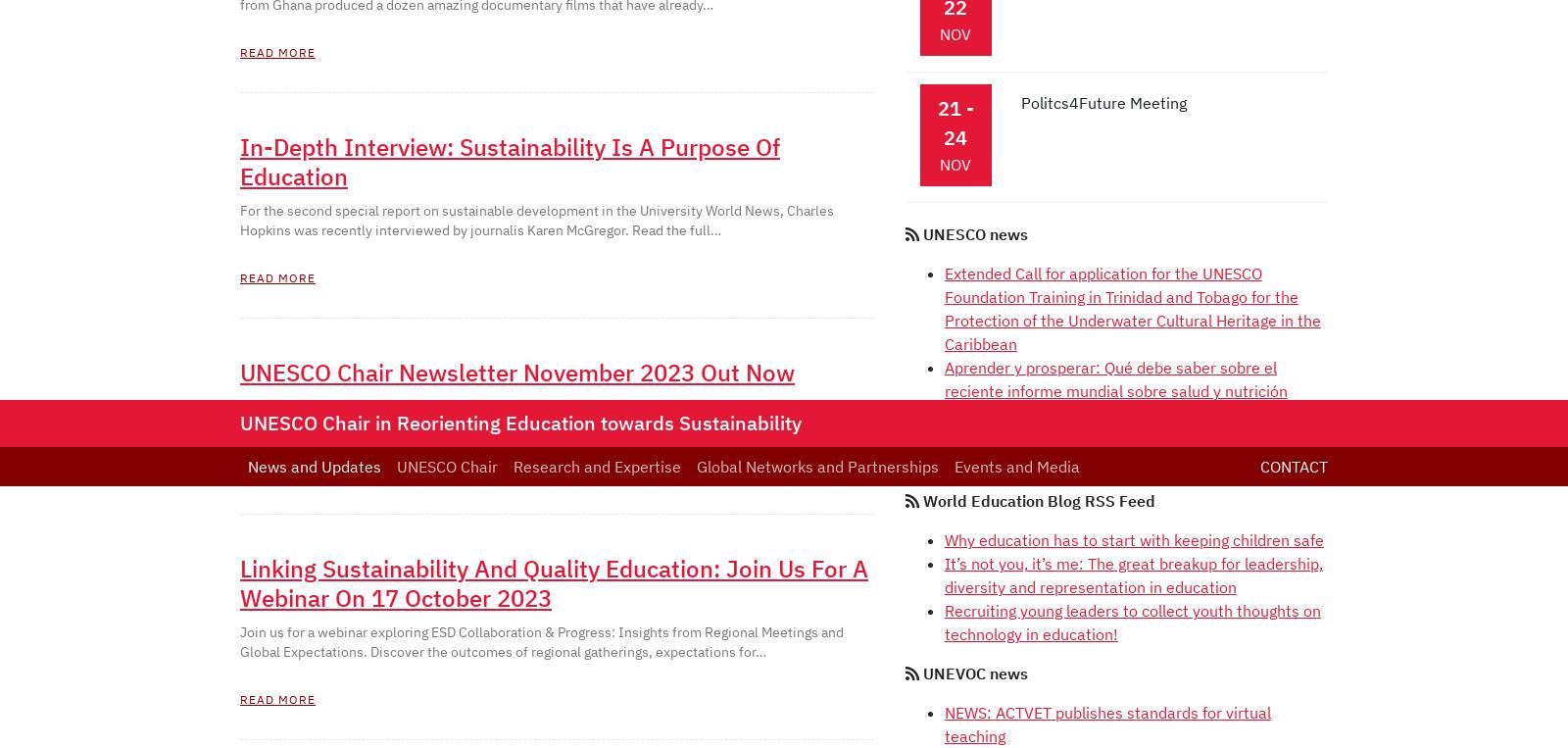 The height and width of the screenshot is (748, 1568). What do you see at coordinates (540, 270) in the screenshot?
I see `'Contact'` at bounding box center [540, 270].